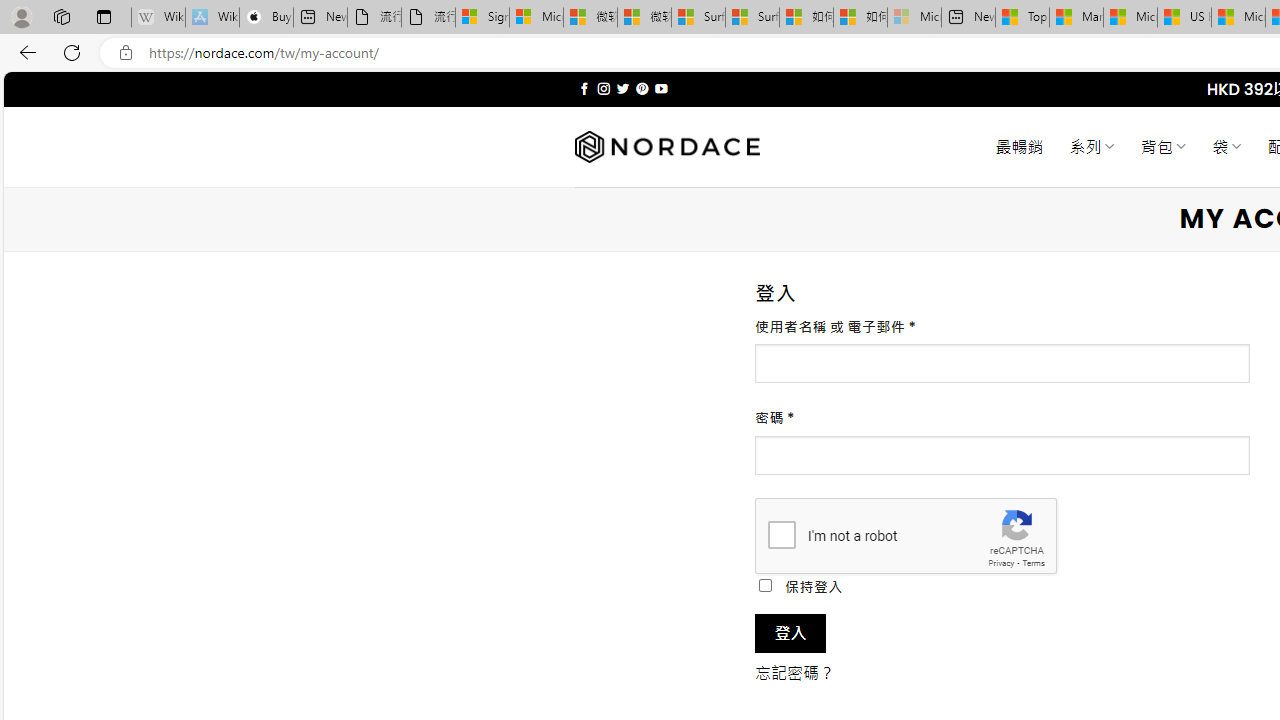 The image size is (1280, 720). I want to click on 'Follow on Instagram', so click(602, 88).